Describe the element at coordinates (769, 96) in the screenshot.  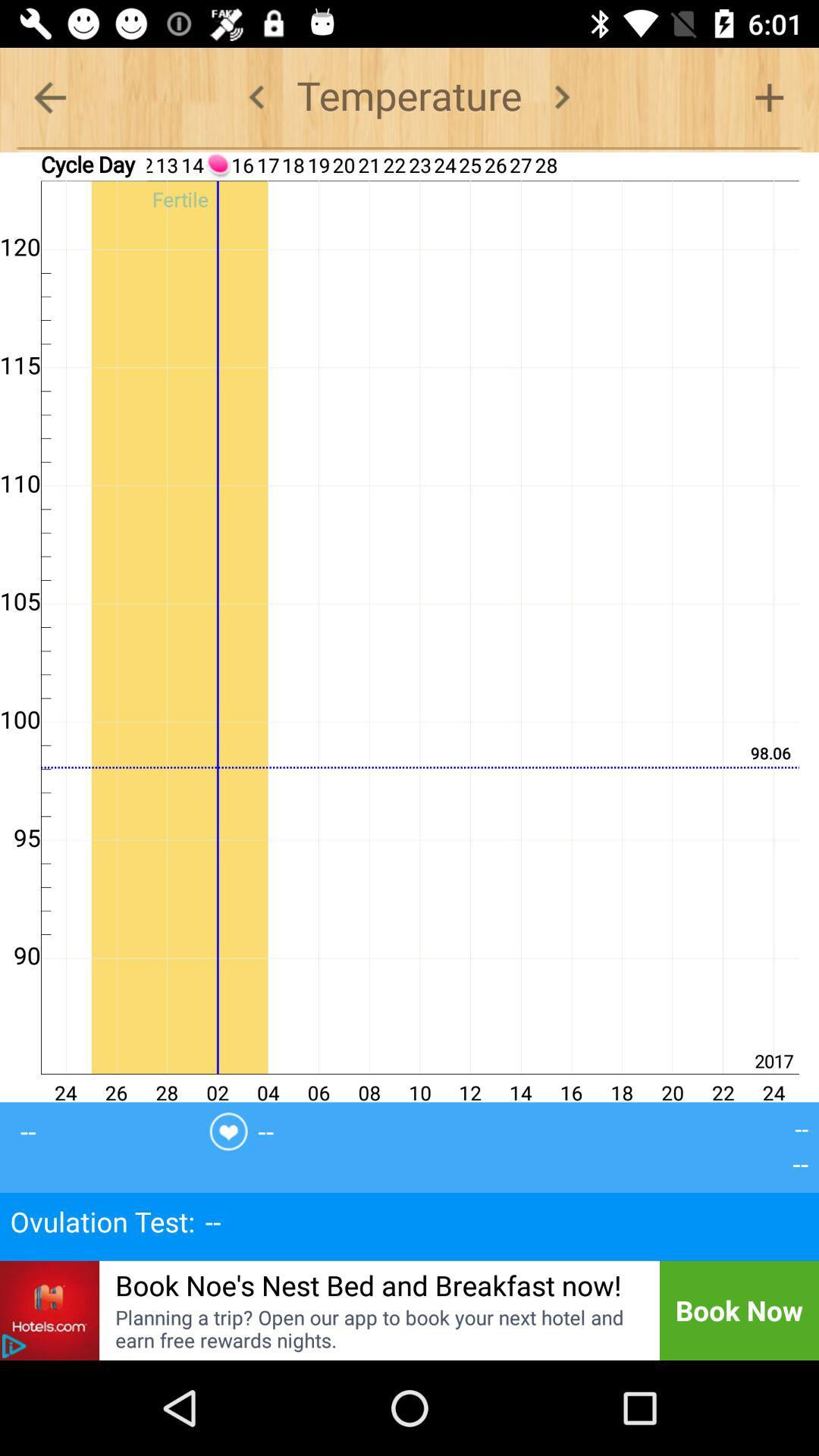
I see `the add icon` at that location.